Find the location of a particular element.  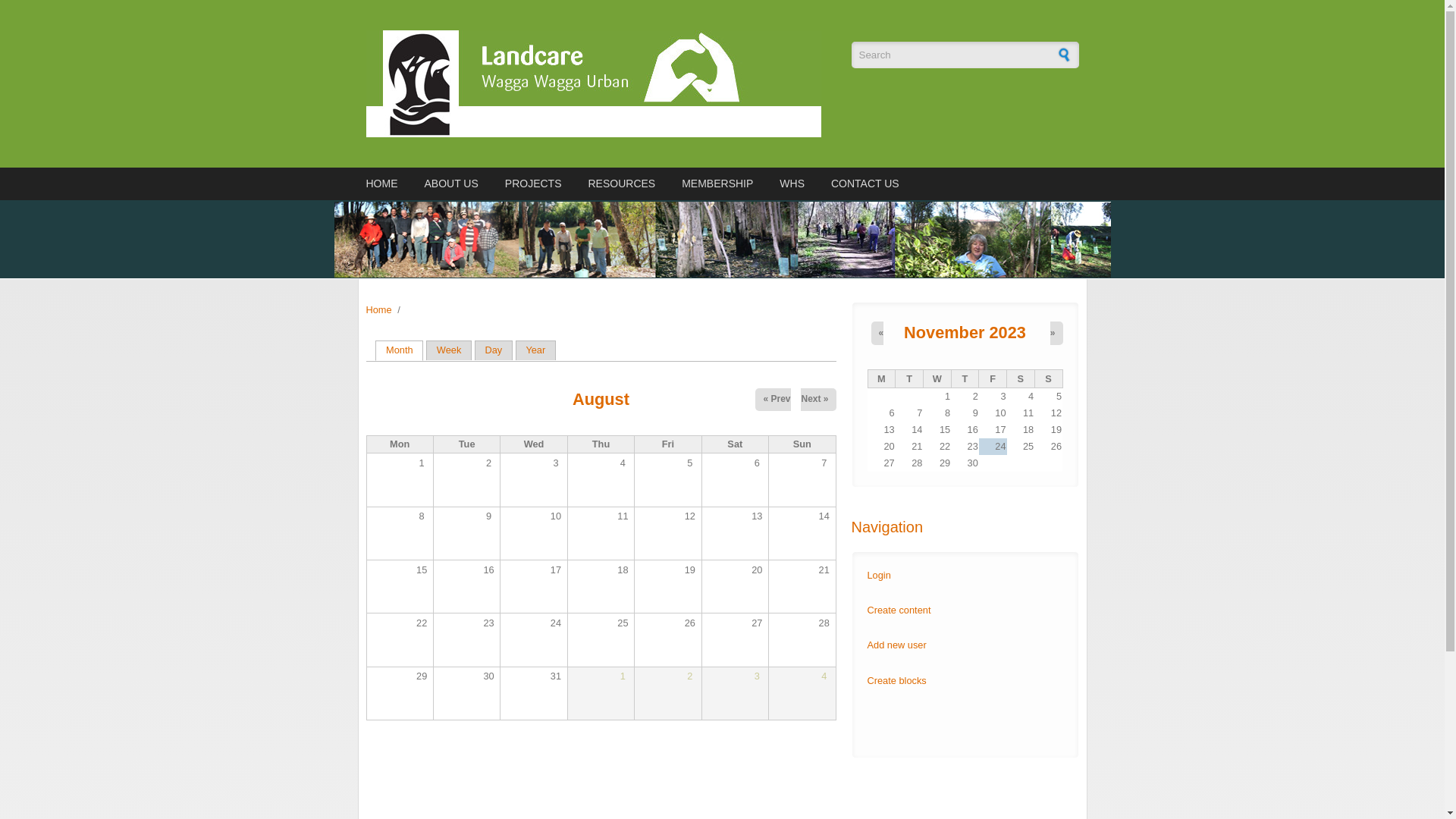

'Week' is located at coordinates (425, 350).